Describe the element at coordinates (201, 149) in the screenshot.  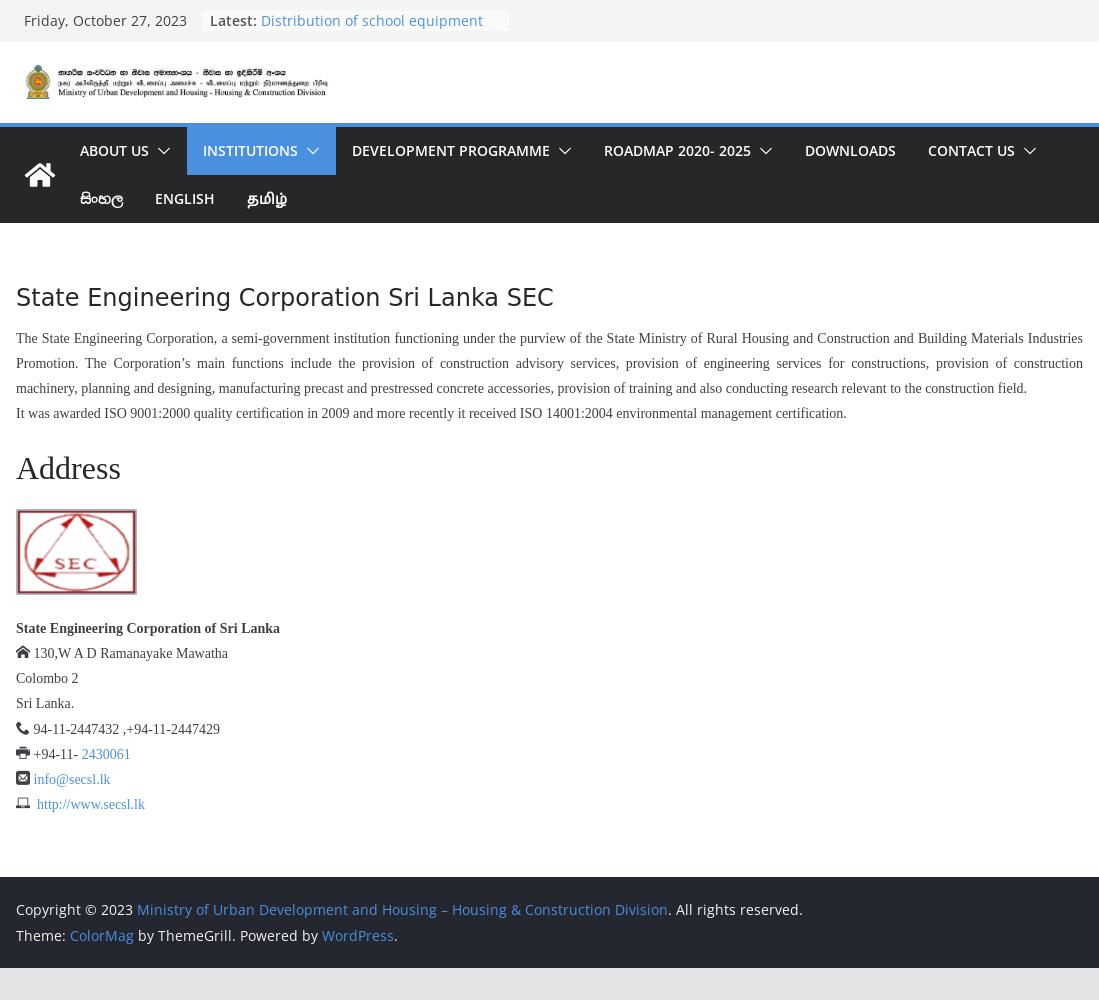
I see `'Institutions'` at that location.